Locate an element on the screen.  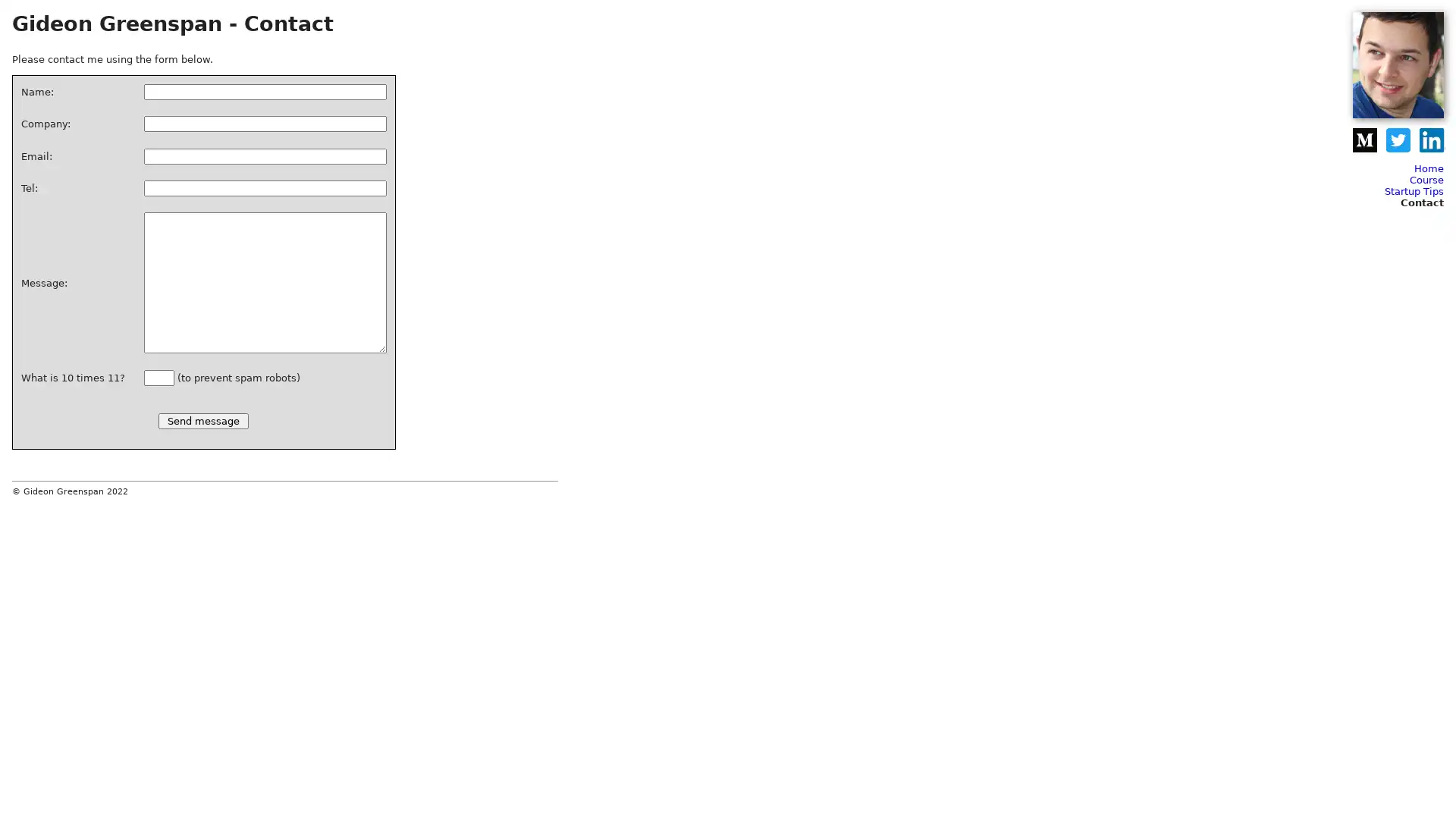
Send message is located at coordinates (202, 420).